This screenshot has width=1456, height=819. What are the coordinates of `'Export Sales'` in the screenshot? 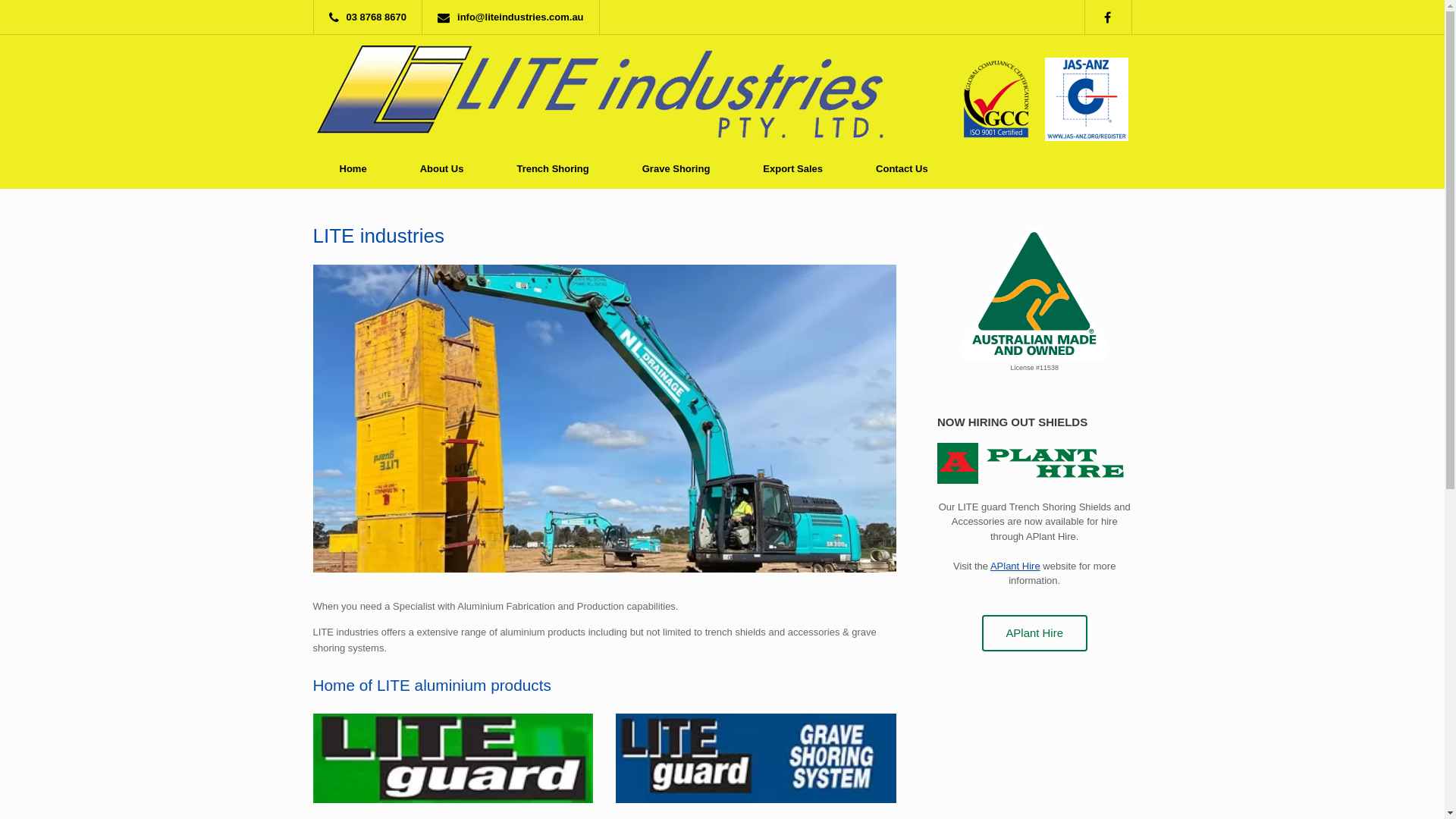 It's located at (736, 168).